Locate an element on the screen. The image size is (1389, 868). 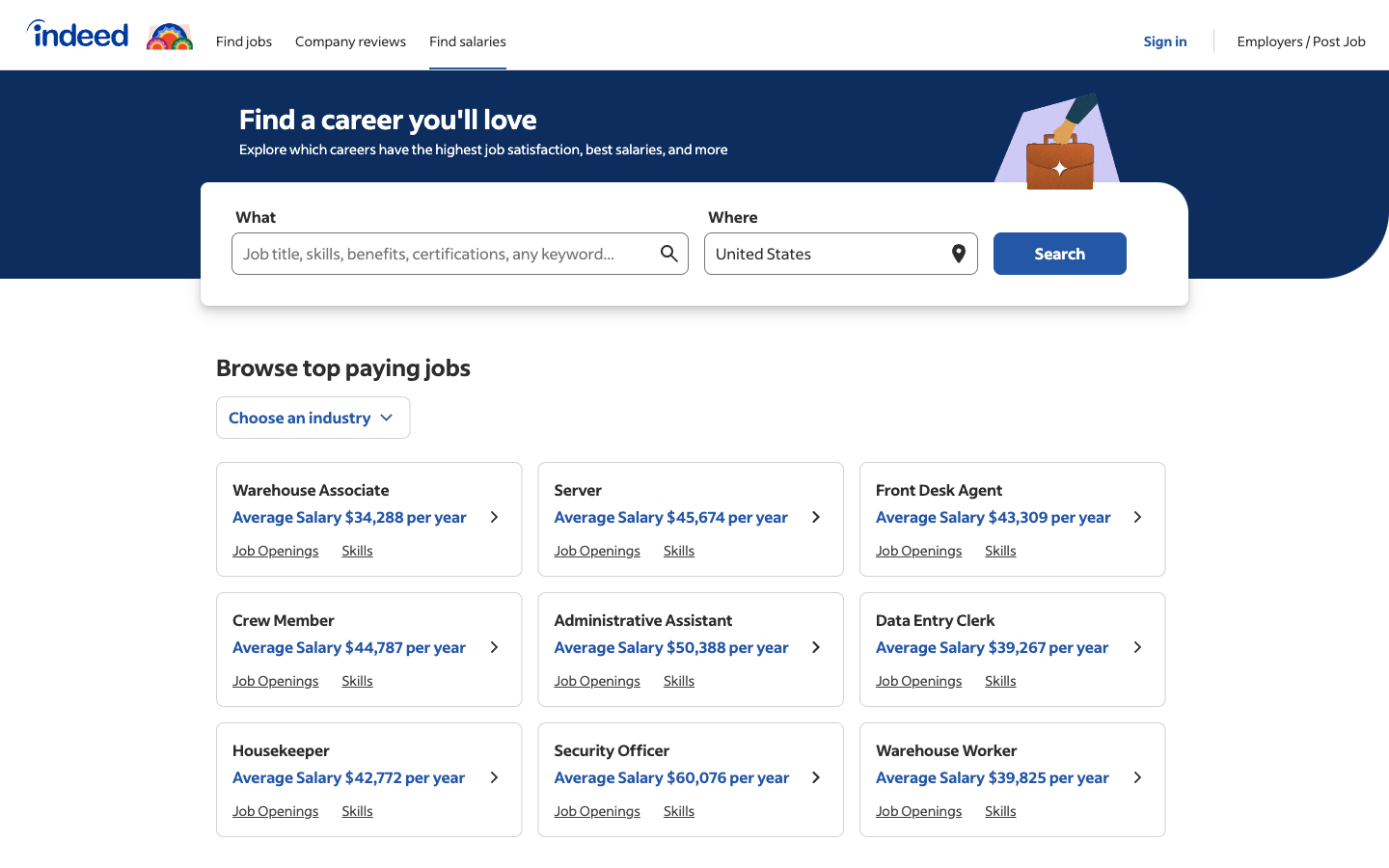
Exhibit additional data related to "Warehouse Associate is located at coordinates (493, 518).